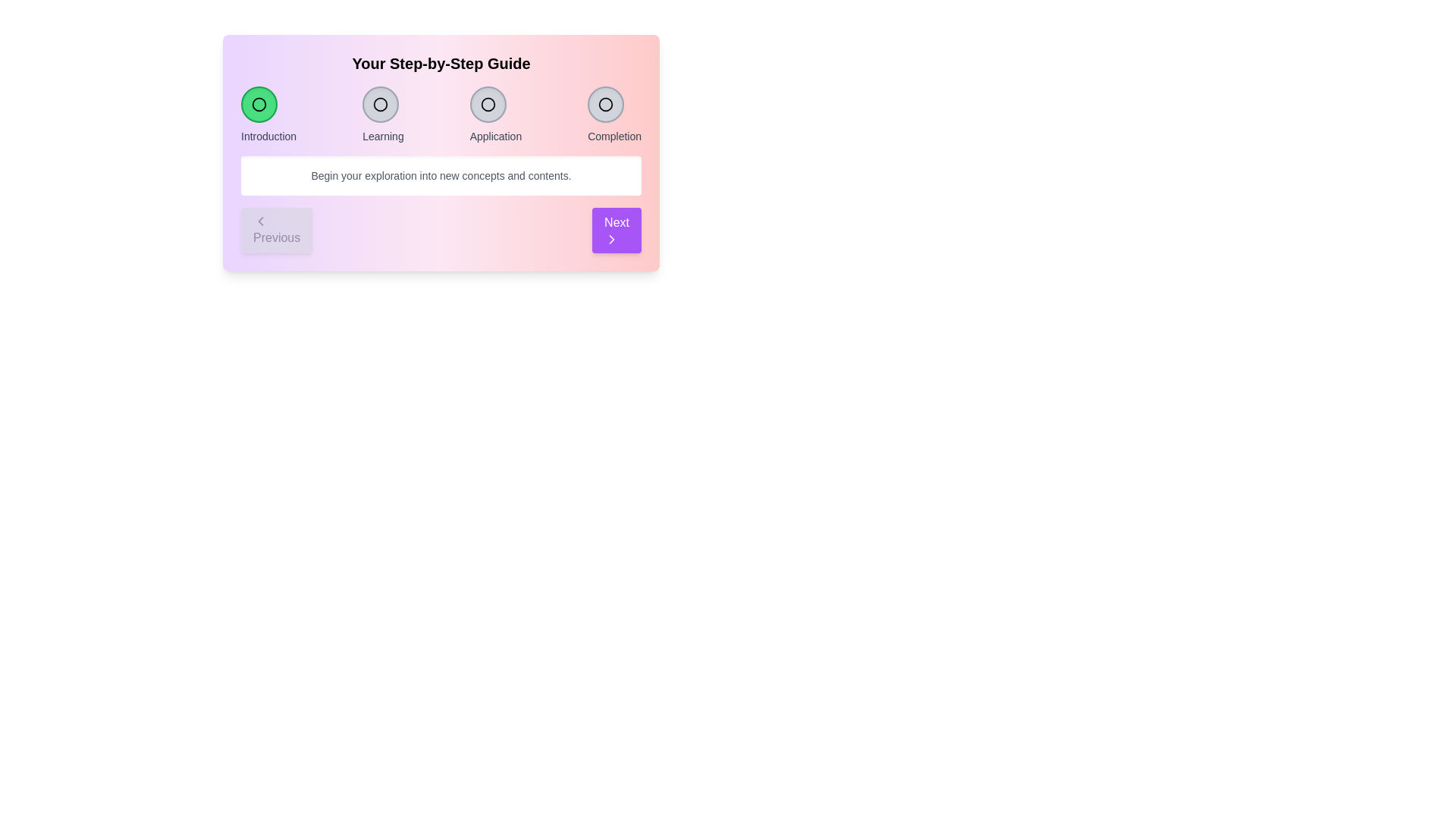  I want to click on the text label positioned below the circular icon associated with the 'Completion' step in the multi-step process UI, so click(614, 136).